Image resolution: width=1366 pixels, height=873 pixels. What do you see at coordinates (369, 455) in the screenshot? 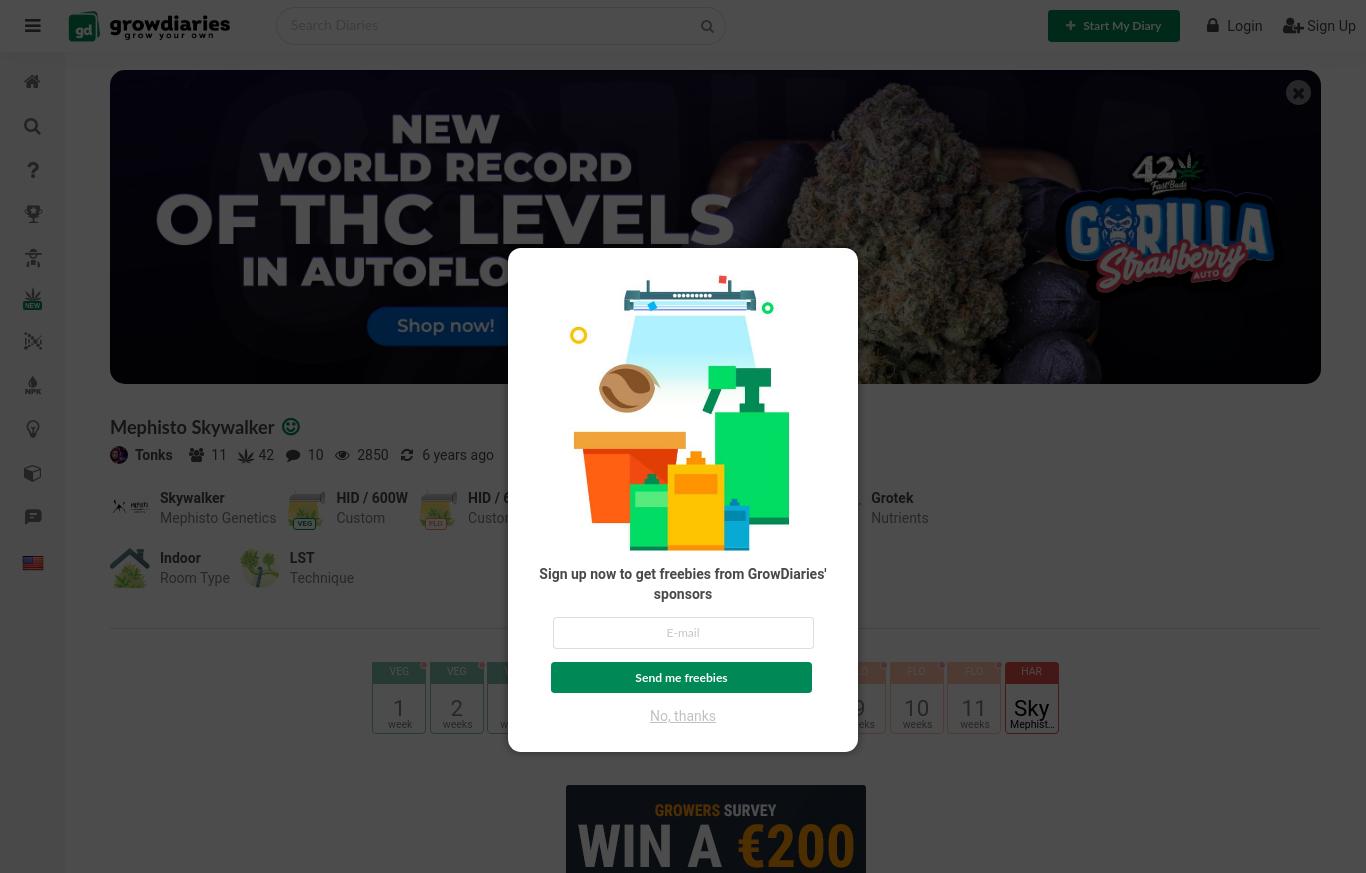
I see `'2850'` at bounding box center [369, 455].